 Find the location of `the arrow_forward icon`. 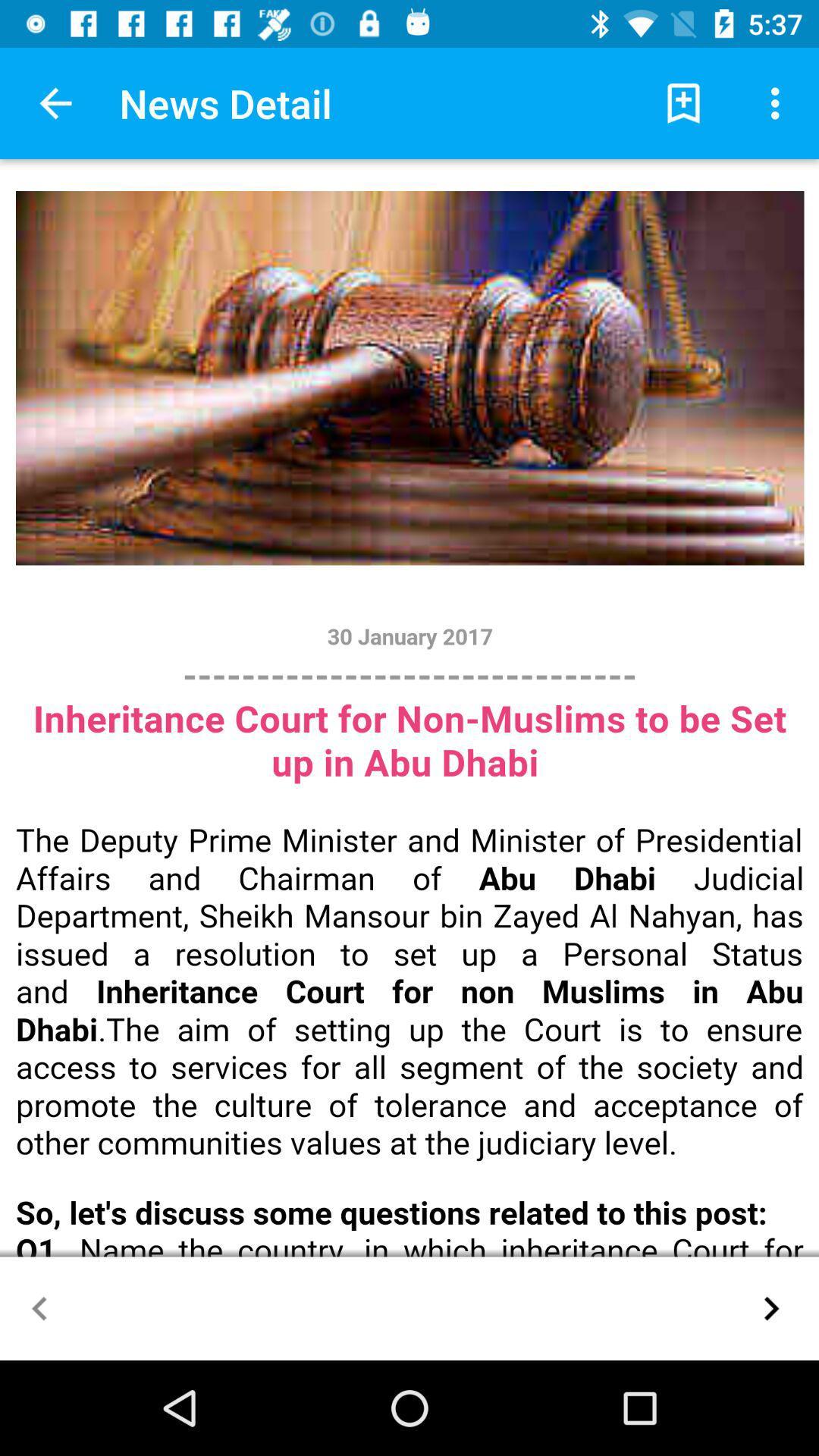

the arrow_forward icon is located at coordinates (771, 1307).